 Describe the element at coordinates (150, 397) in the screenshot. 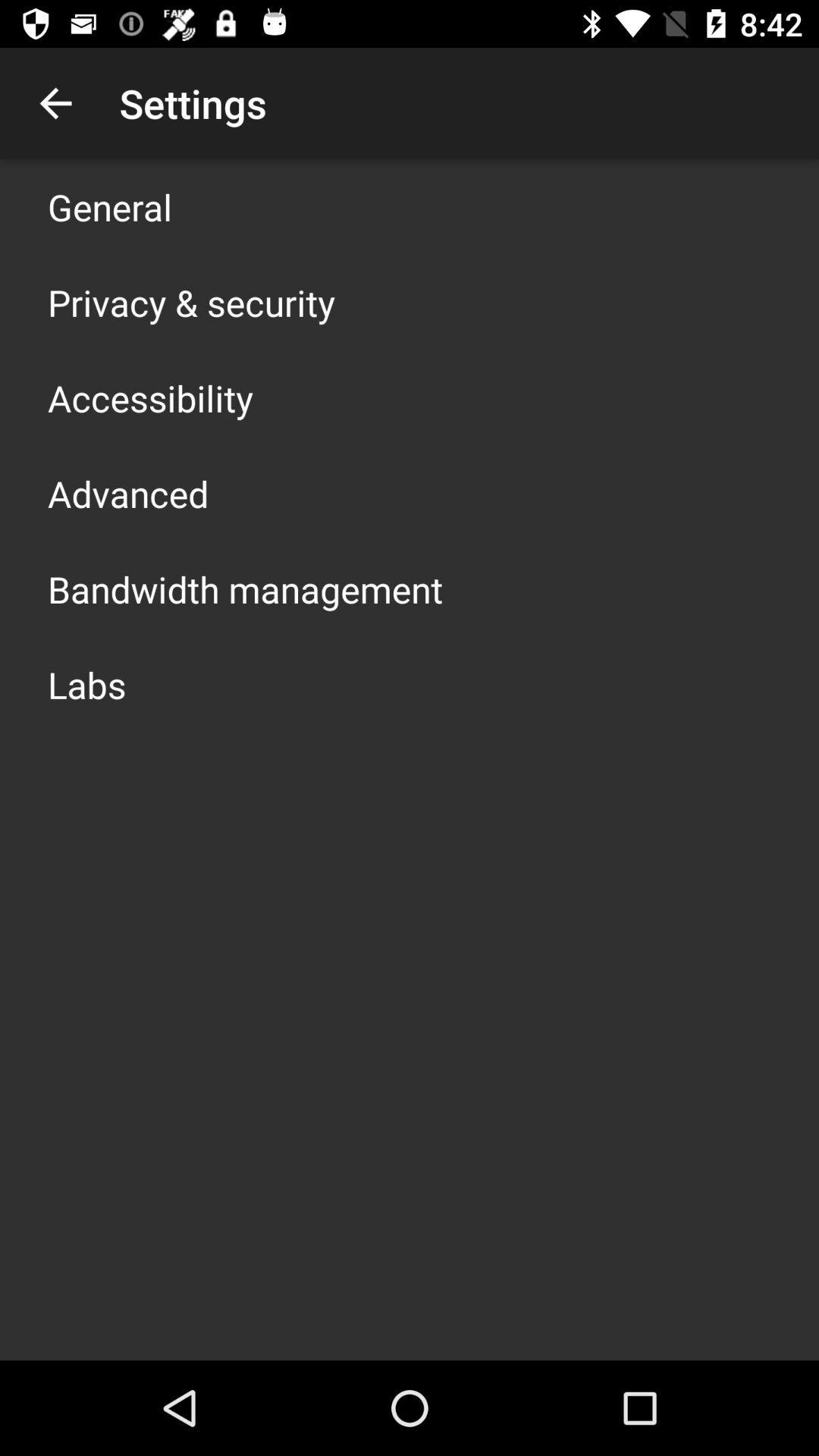

I see `the accessibility icon` at that location.